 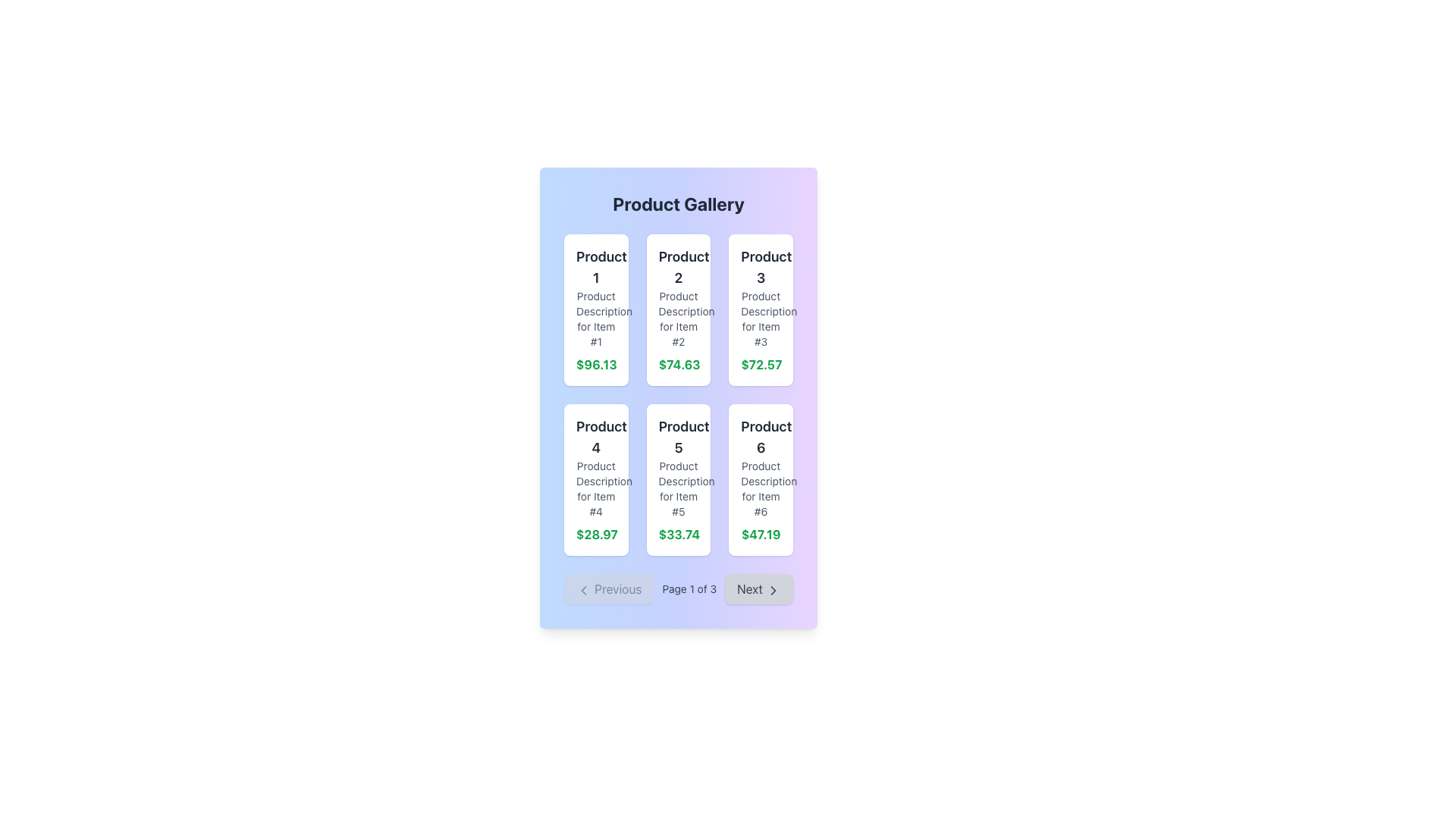 What do you see at coordinates (761, 488) in the screenshot?
I see `the text label that reads 'Product Description for Item #6' located in the bottom-right card of the grid layout` at bounding box center [761, 488].